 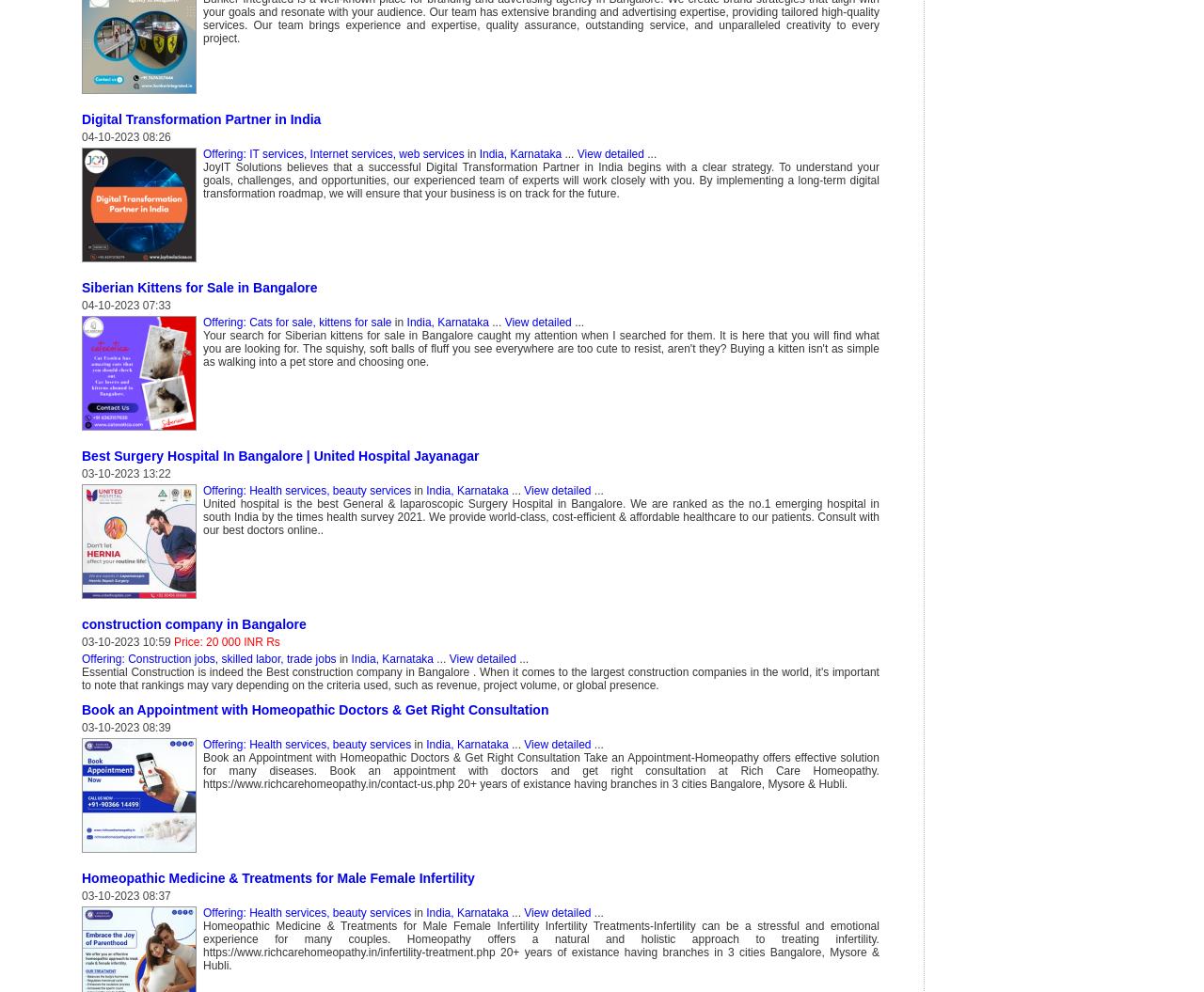 What do you see at coordinates (201, 118) in the screenshot?
I see `'Digital Transformation Partner in India'` at bounding box center [201, 118].